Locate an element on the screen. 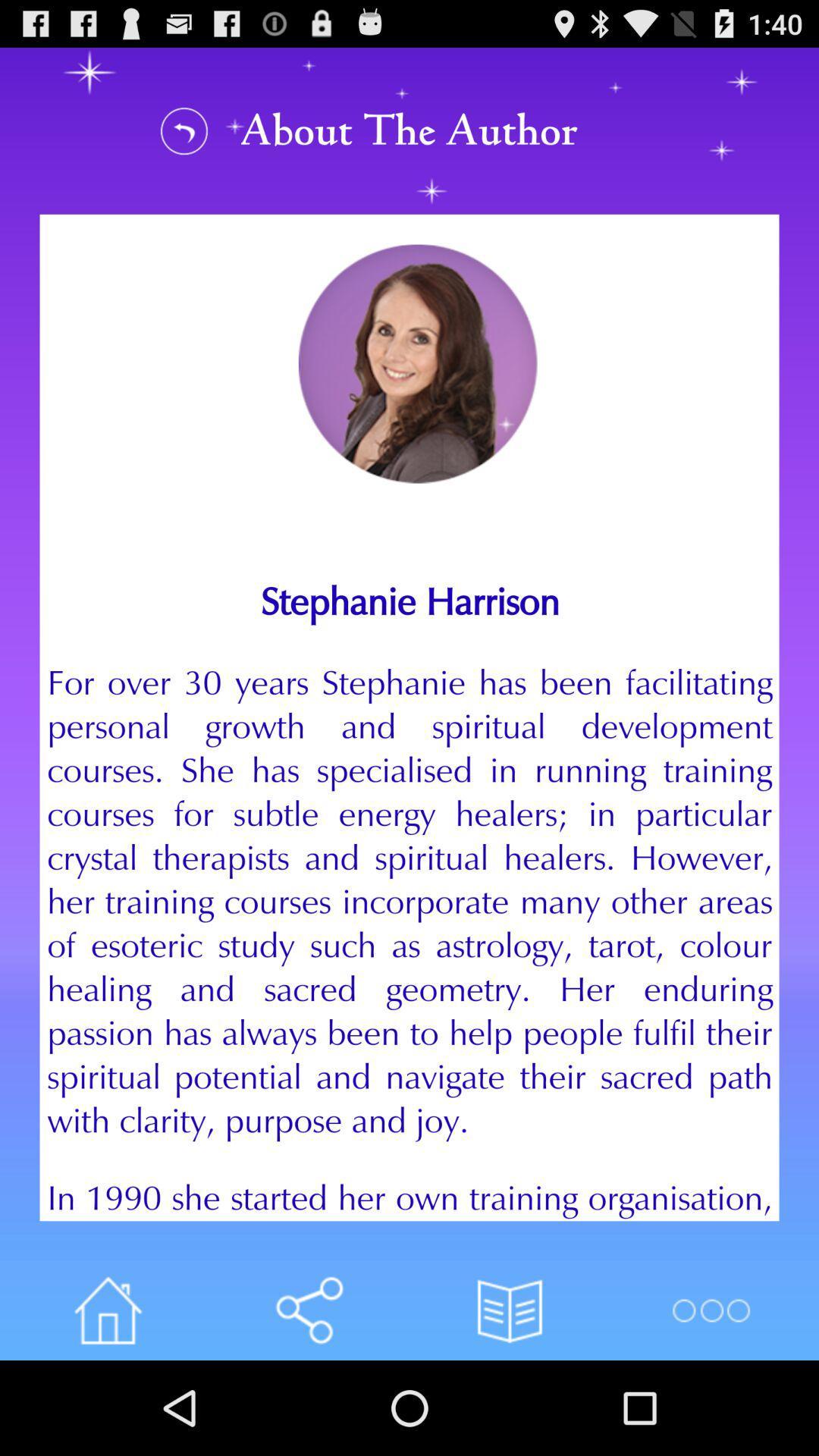 The height and width of the screenshot is (1456, 819). more is located at coordinates (711, 1310).